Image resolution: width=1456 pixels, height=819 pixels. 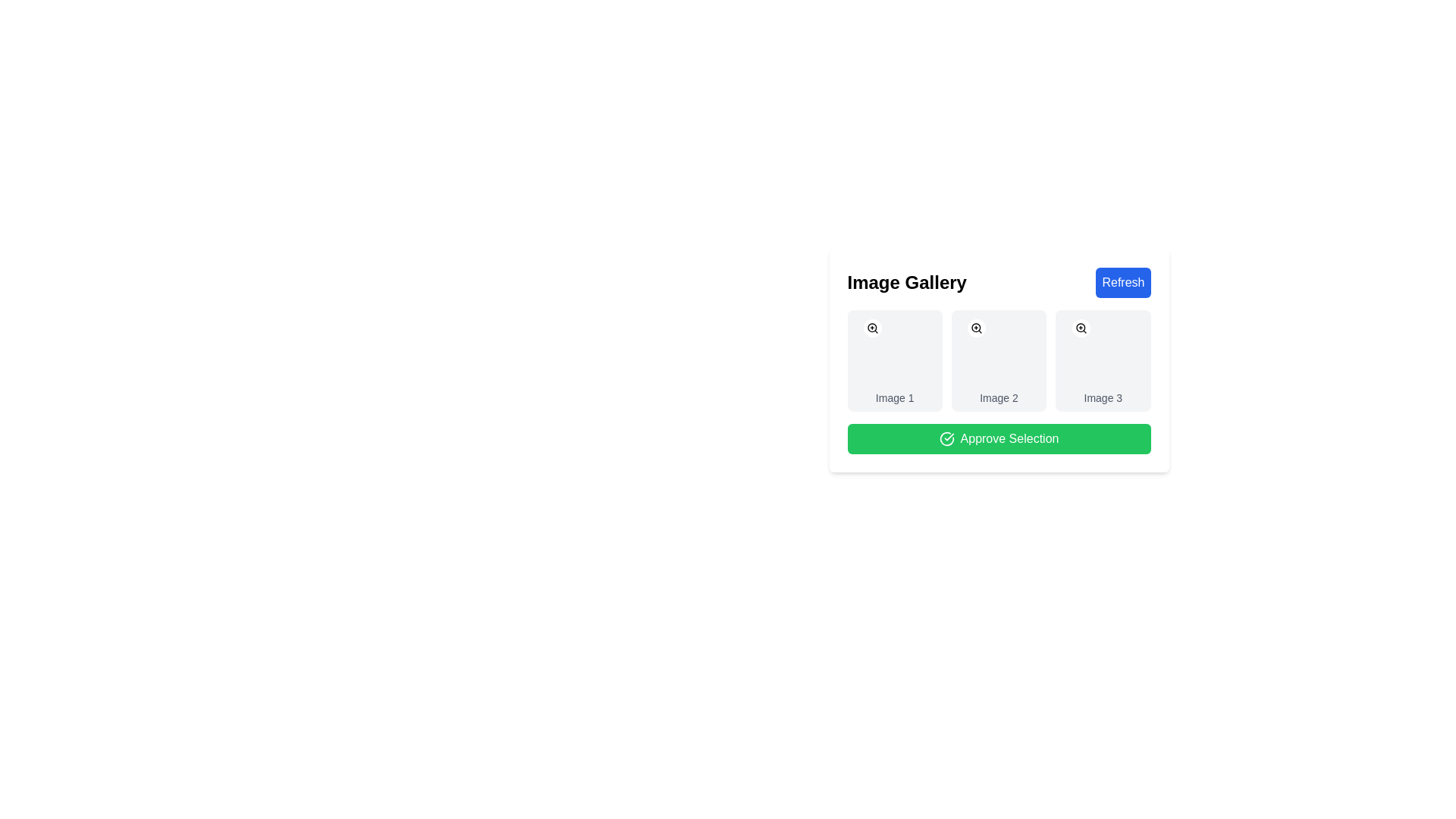 I want to click on the Static Text Label that identifies the first image in the gallery, positioned beneath the first image placeholder, so click(x=895, y=397).